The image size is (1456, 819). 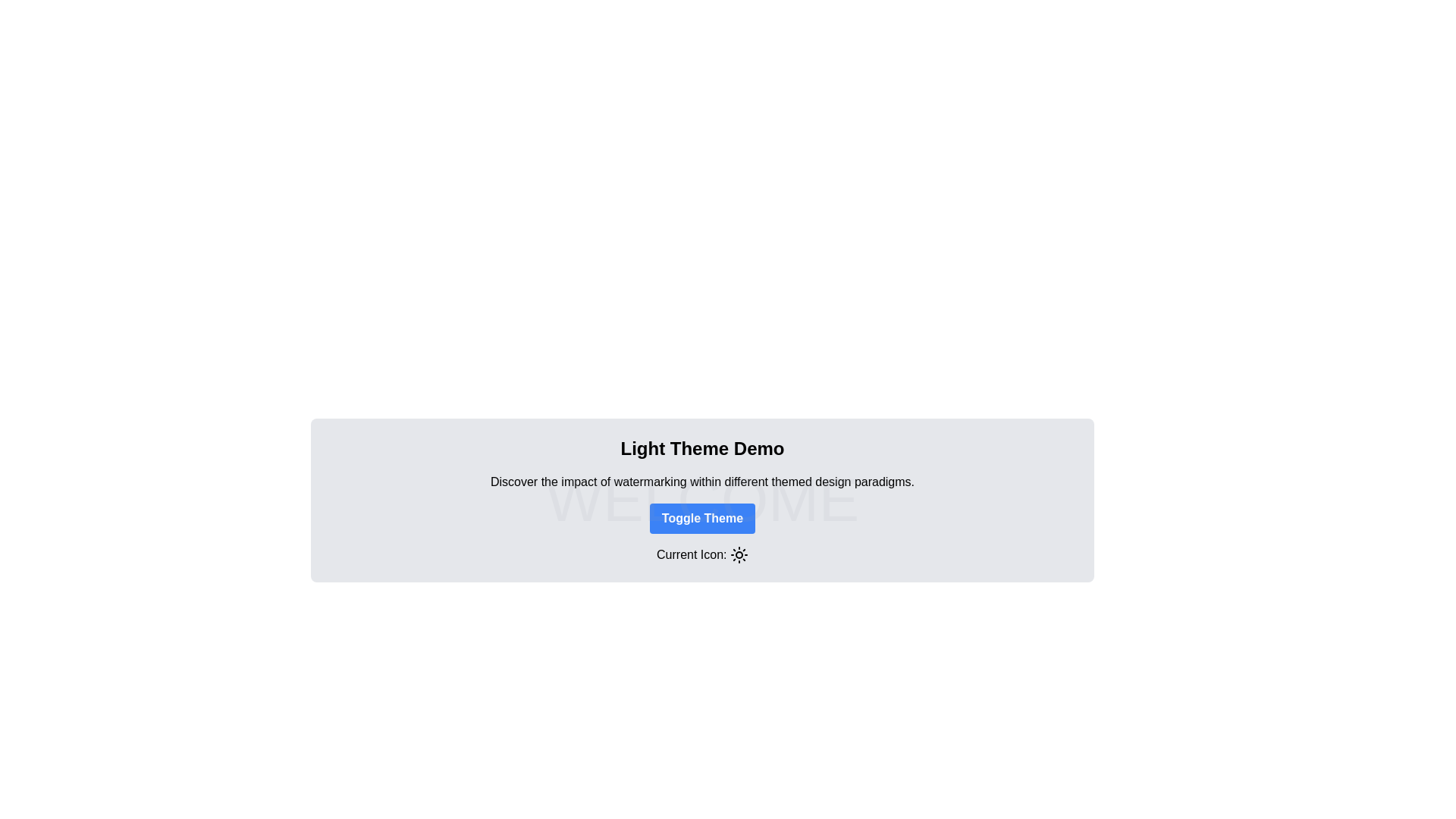 What do you see at coordinates (701, 500) in the screenshot?
I see `the Decorative text element displaying 'WELCOME' styled in a large font with a slanted appearance` at bounding box center [701, 500].